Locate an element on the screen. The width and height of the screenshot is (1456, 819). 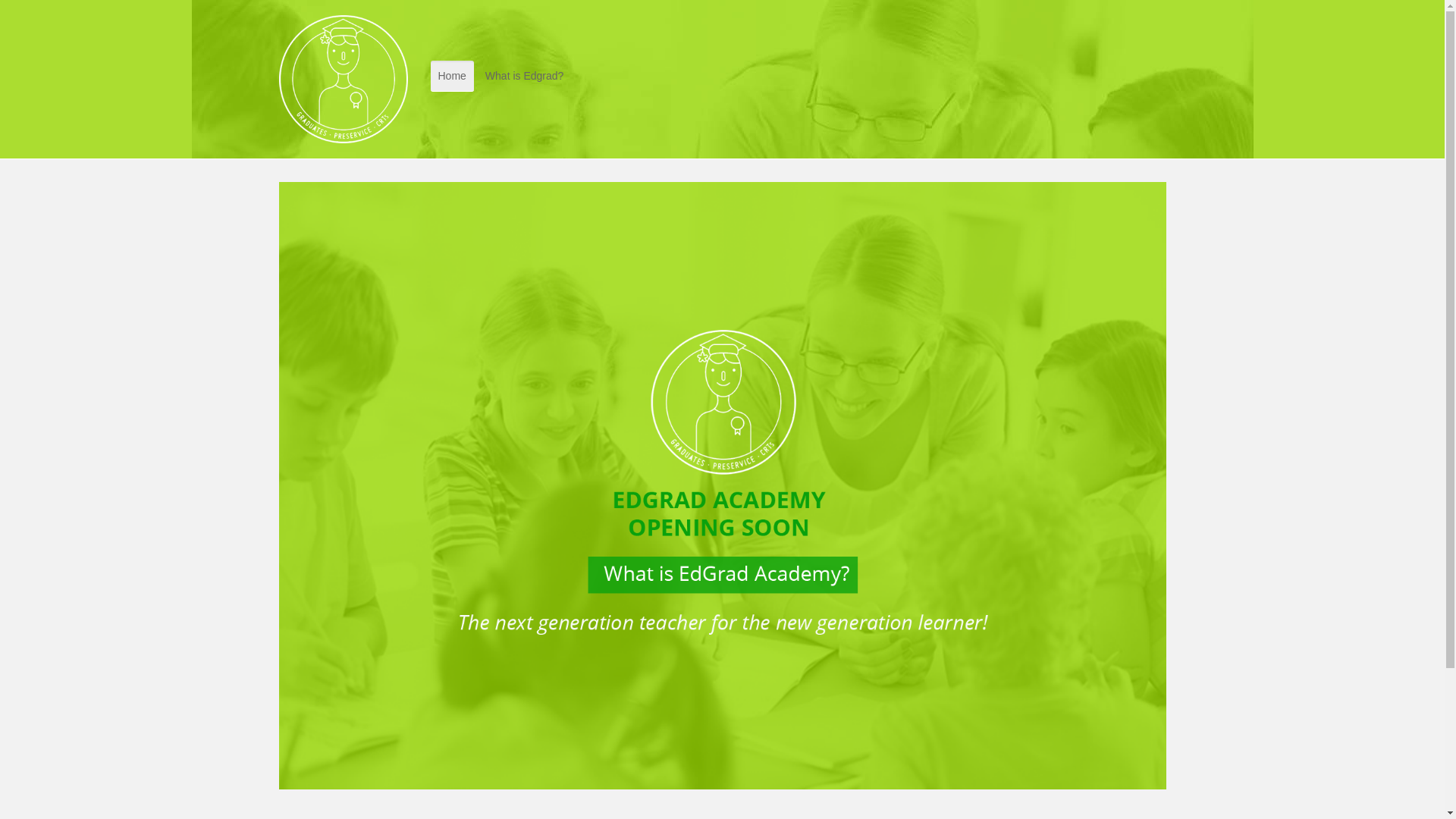
'What is Edgrad?' is located at coordinates (524, 76).